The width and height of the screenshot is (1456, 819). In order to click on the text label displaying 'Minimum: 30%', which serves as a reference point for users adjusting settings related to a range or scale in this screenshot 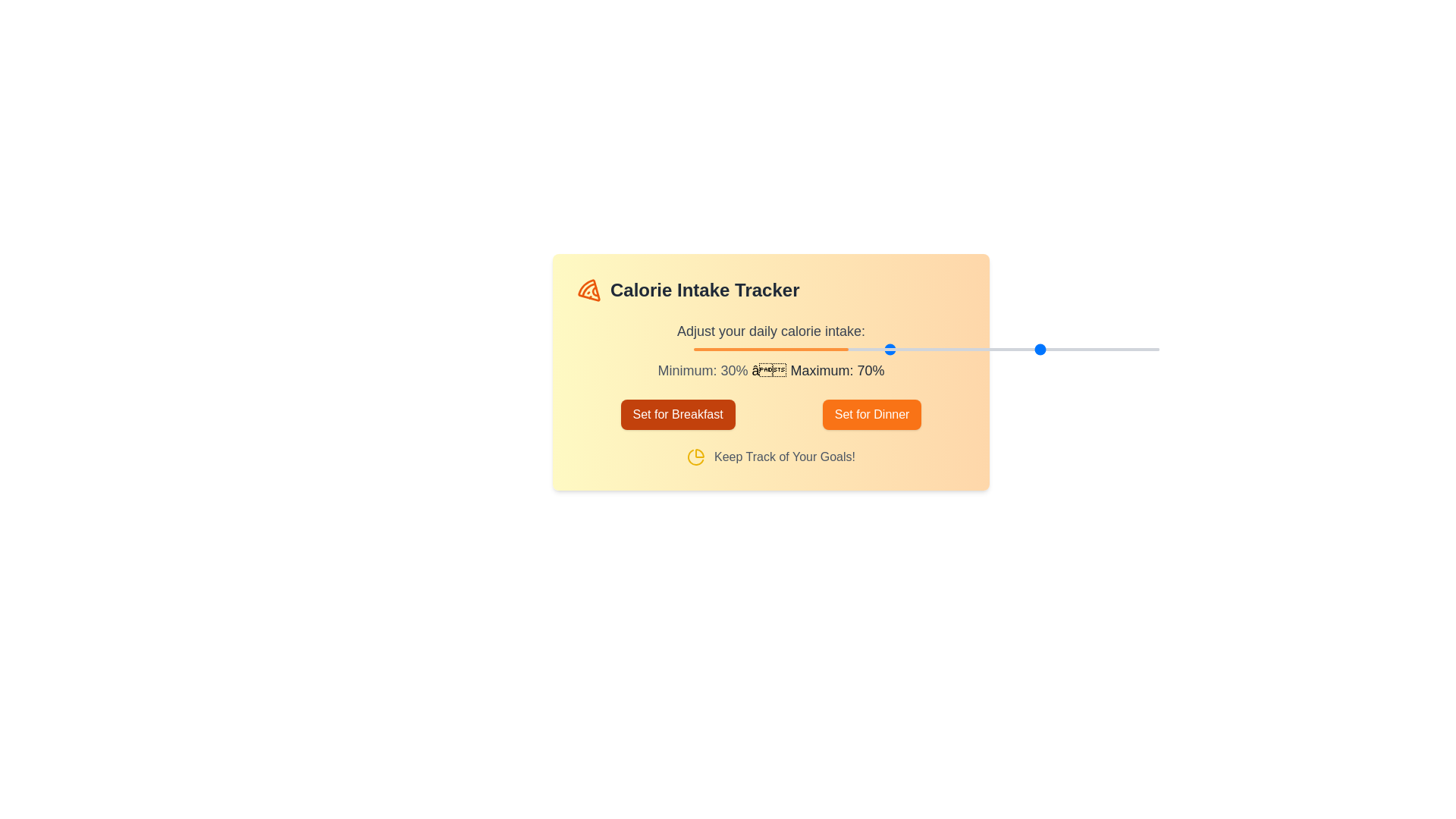, I will do `click(701, 371)`.